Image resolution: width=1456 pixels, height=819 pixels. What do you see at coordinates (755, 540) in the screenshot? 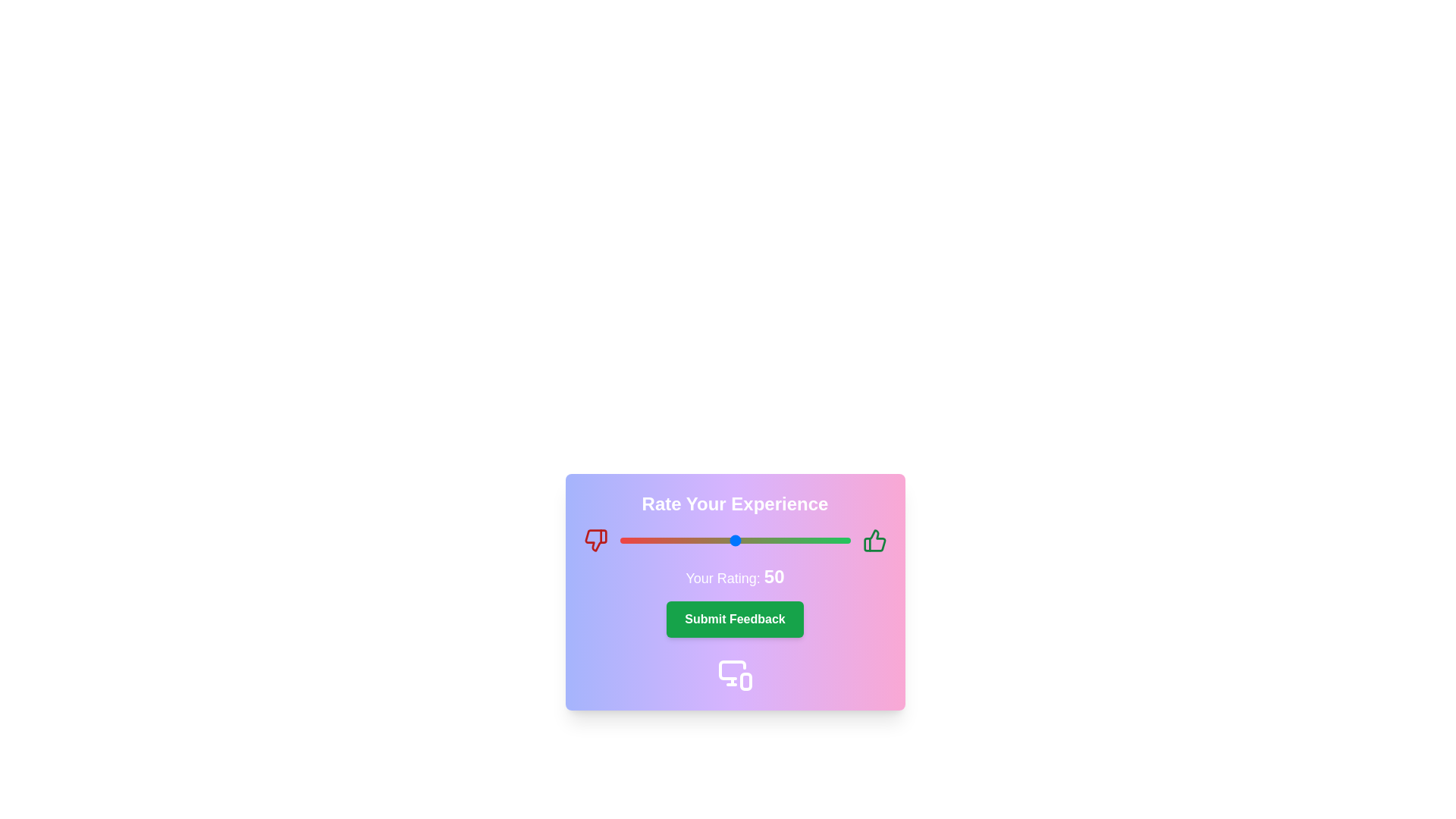
I see `the slider to a specific rating value, 59` at bounding box center [755, 540].